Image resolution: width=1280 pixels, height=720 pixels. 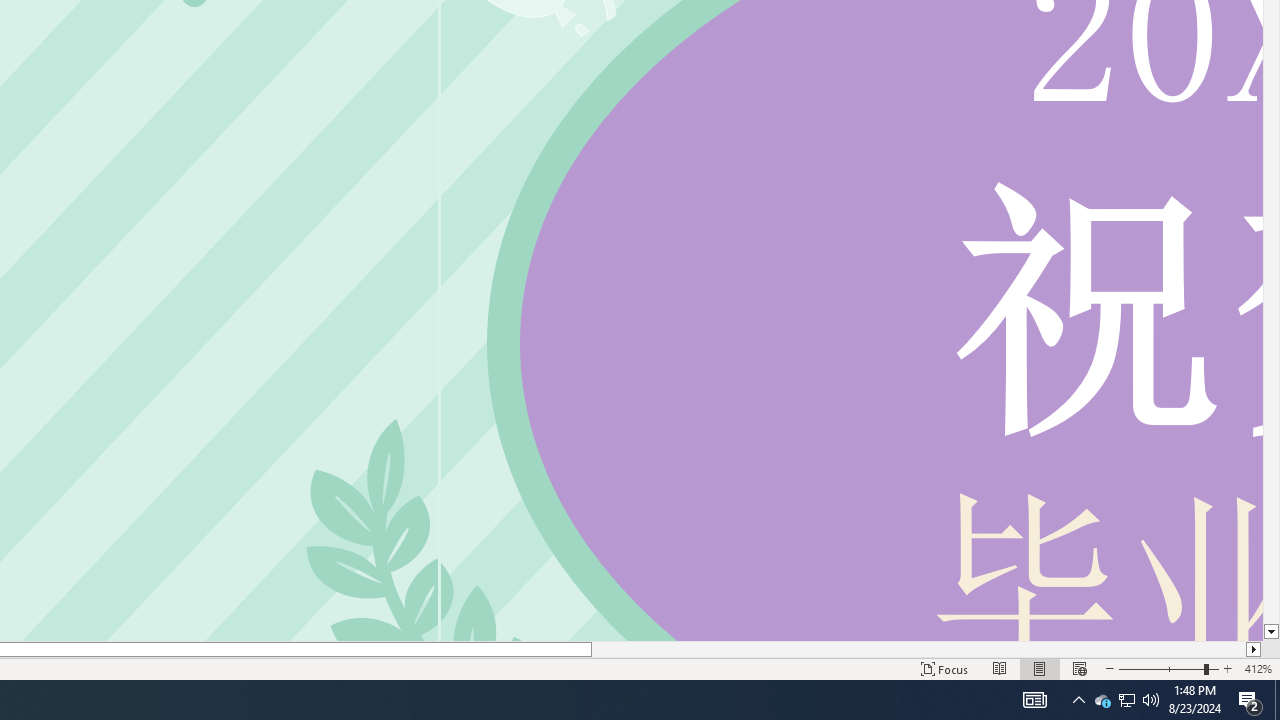 I want to click on 'Zoom', so click(x=1168, y=669).